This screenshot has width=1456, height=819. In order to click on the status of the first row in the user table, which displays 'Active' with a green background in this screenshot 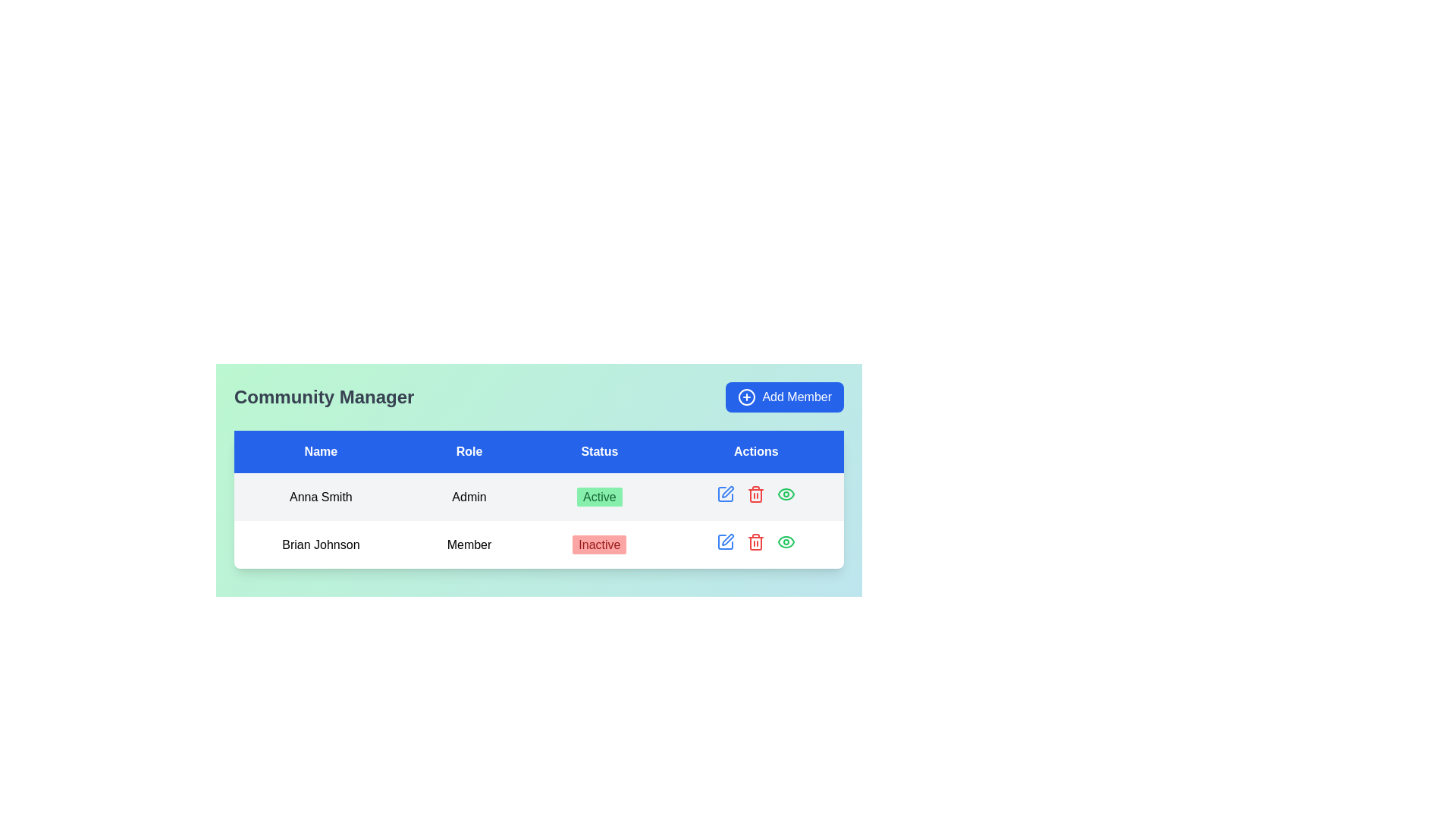, I will do `click(538, 497)`.